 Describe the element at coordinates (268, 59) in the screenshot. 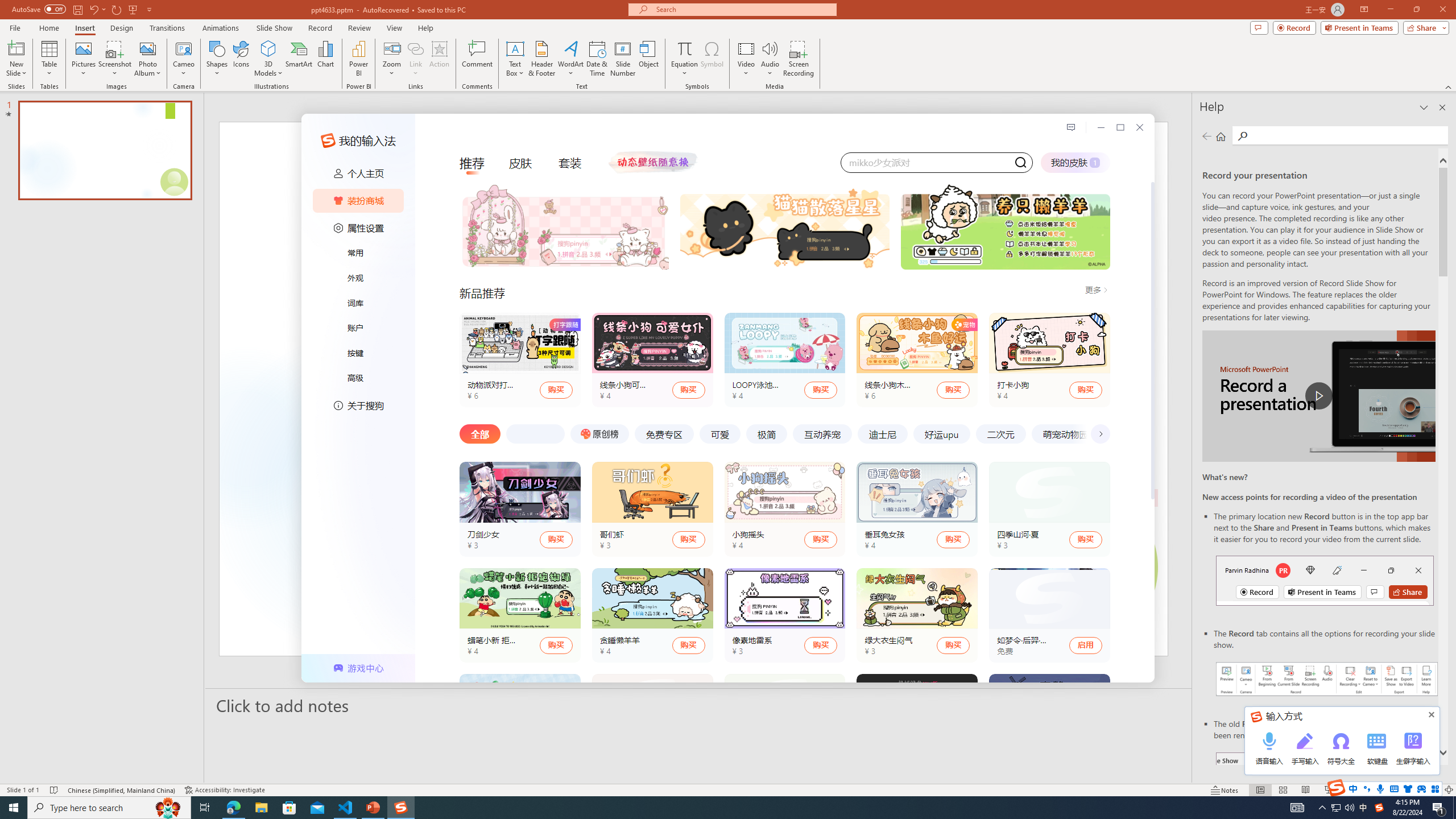

I see `'3D Models'` at that location.